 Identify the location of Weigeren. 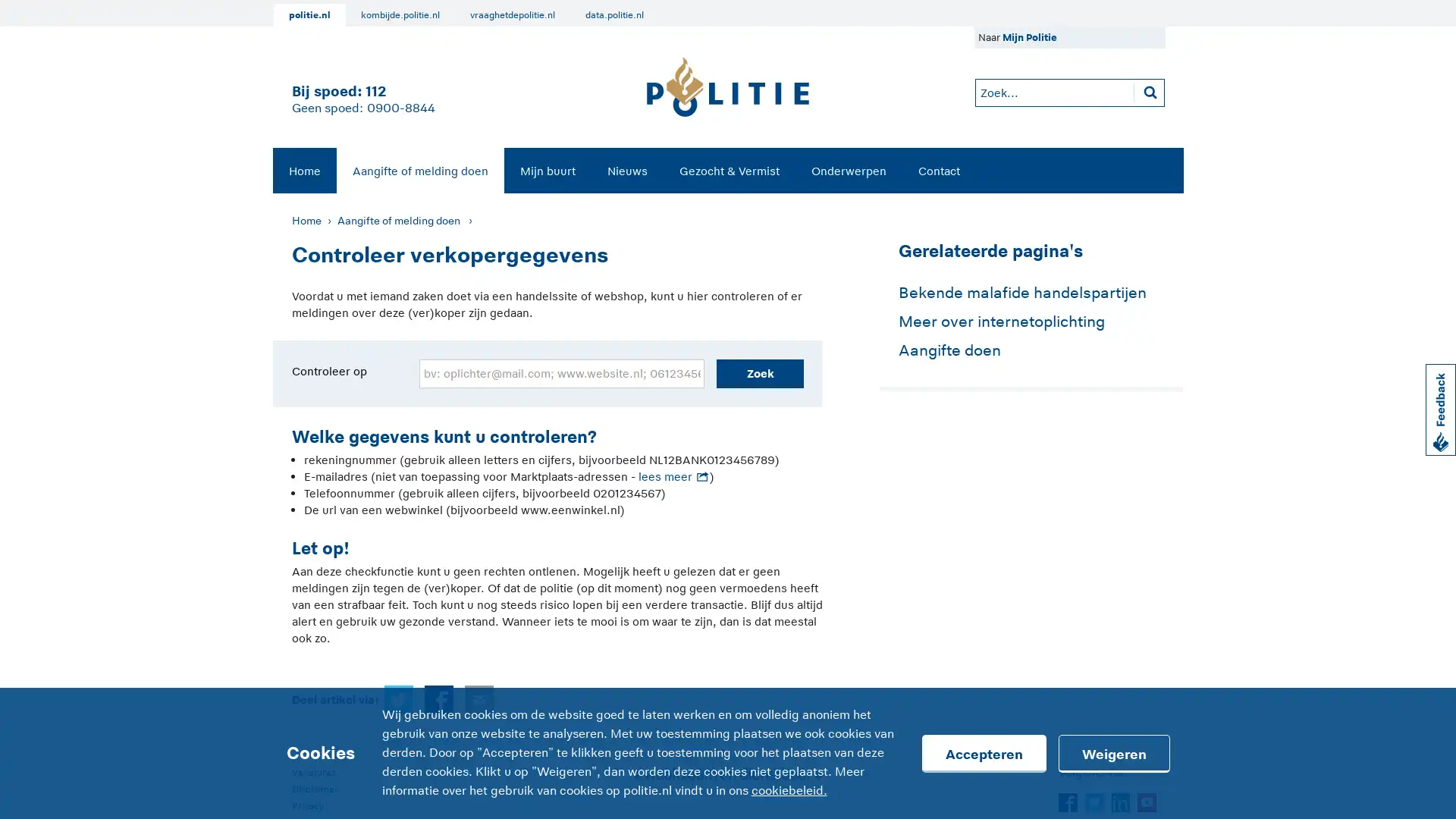
(1113, 752).